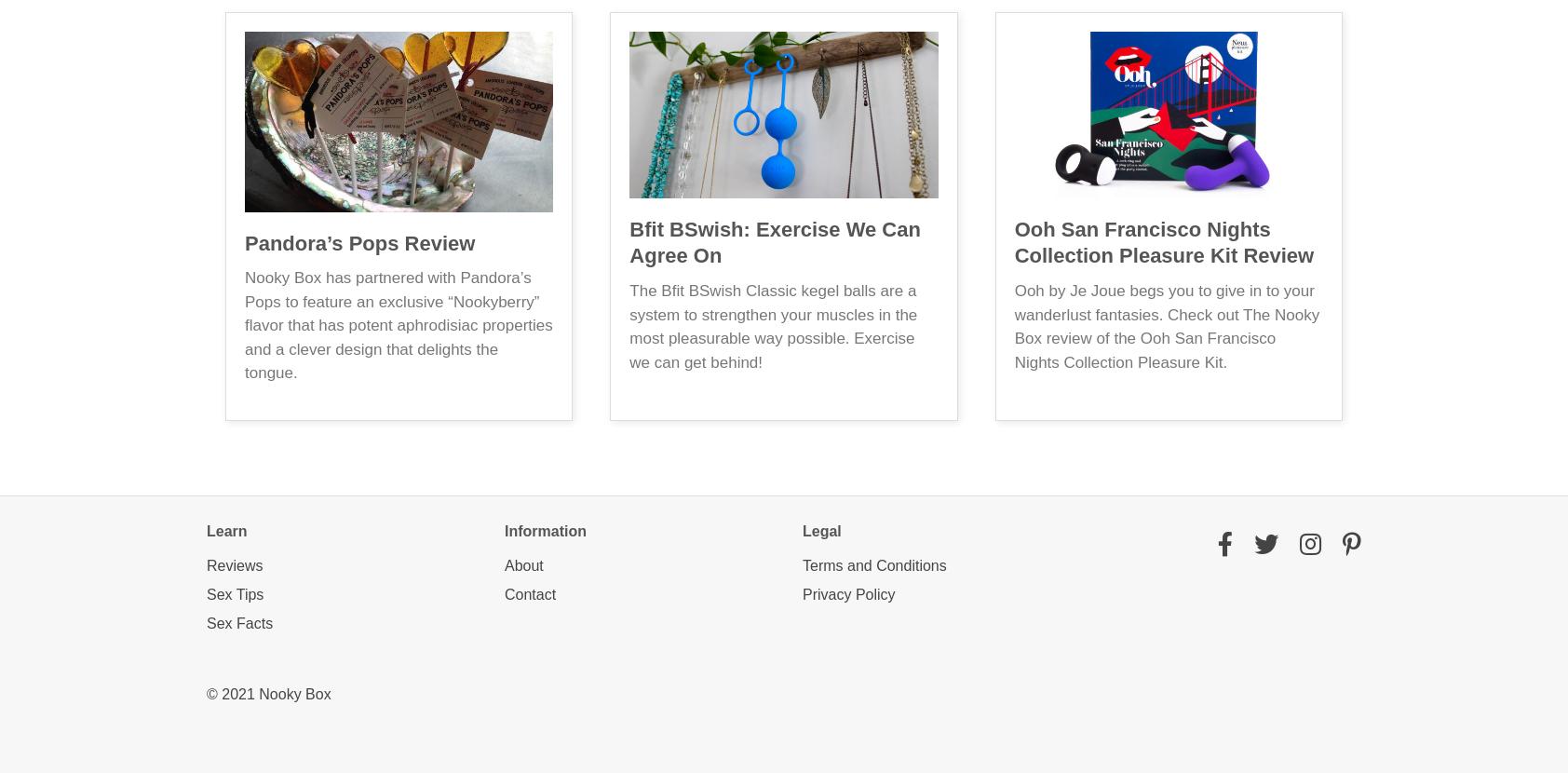  I want to click on 'Ooh San Francisco Nights Collection Pleasure Kit Review', so click(1164, 242).